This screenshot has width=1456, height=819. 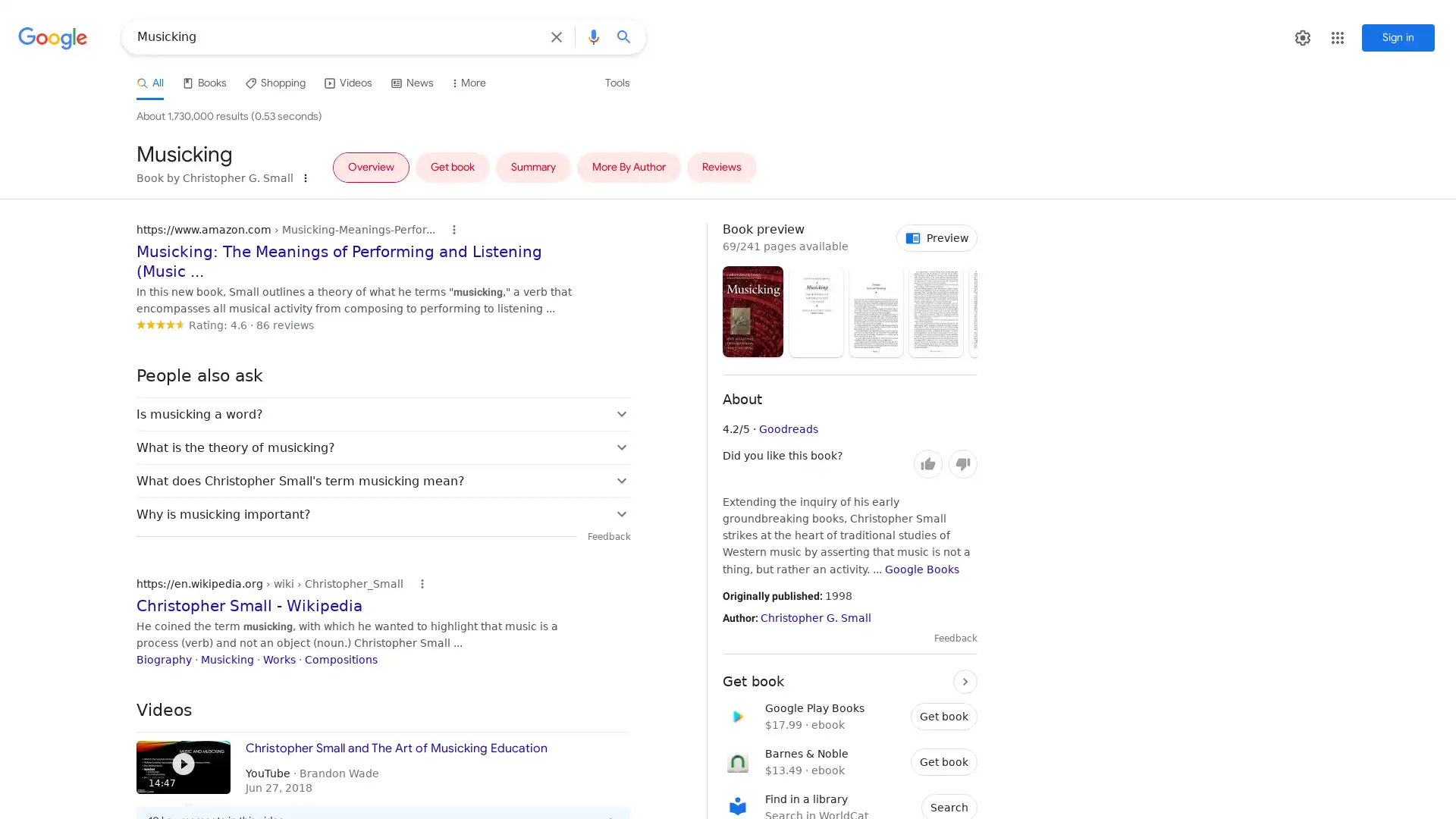 What do you see at coordinates (1313, 37) in the screenshot?
I see `Settings` at bounding box center [1313, 37].